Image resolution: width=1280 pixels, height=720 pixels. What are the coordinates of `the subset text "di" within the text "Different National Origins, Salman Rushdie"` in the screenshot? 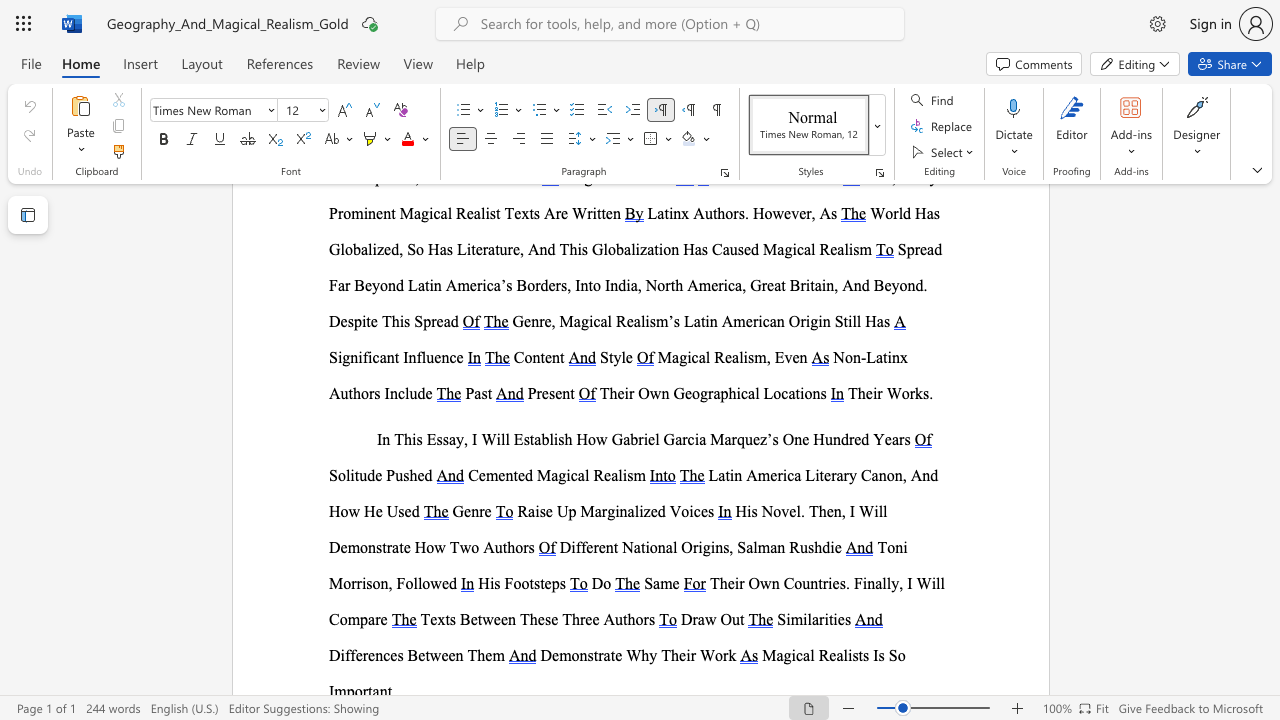 It's located at (822, 547).